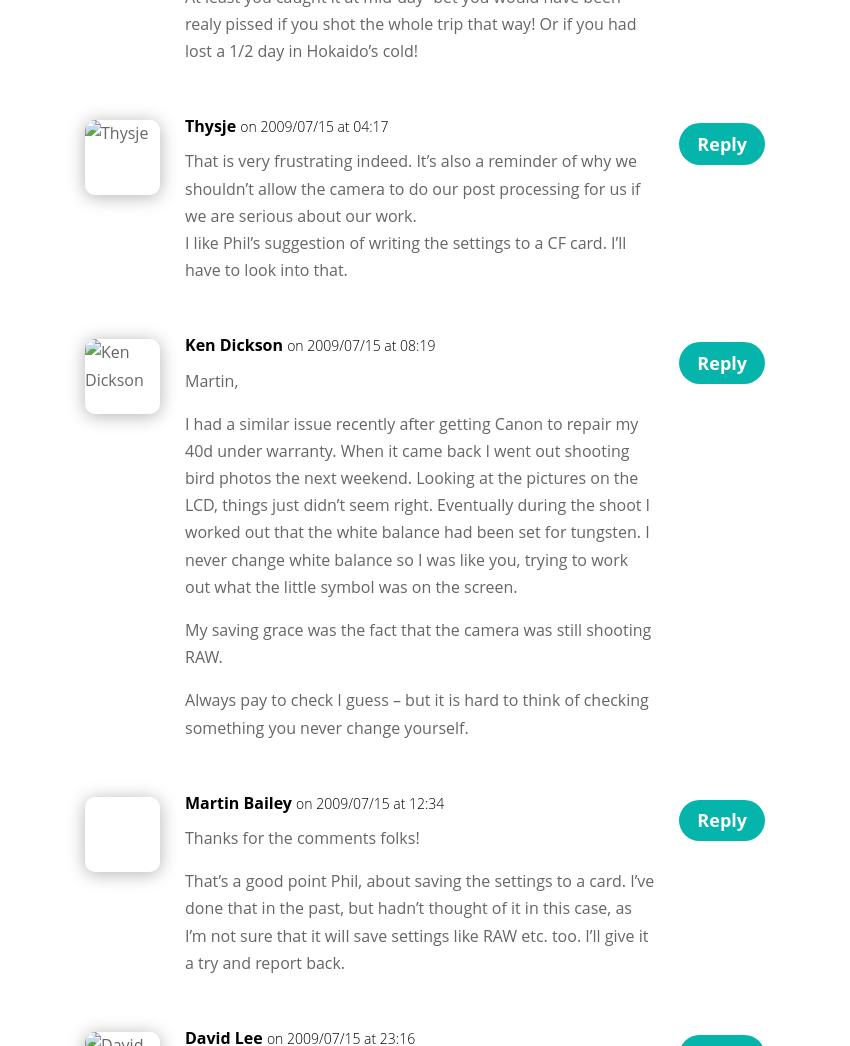 The image size is (850, 1046). What do you see at coordinates (359, 344) in the screenshot?
I see `'on 2009/07/15 at 08:19'` at bounding box center [359, 344].